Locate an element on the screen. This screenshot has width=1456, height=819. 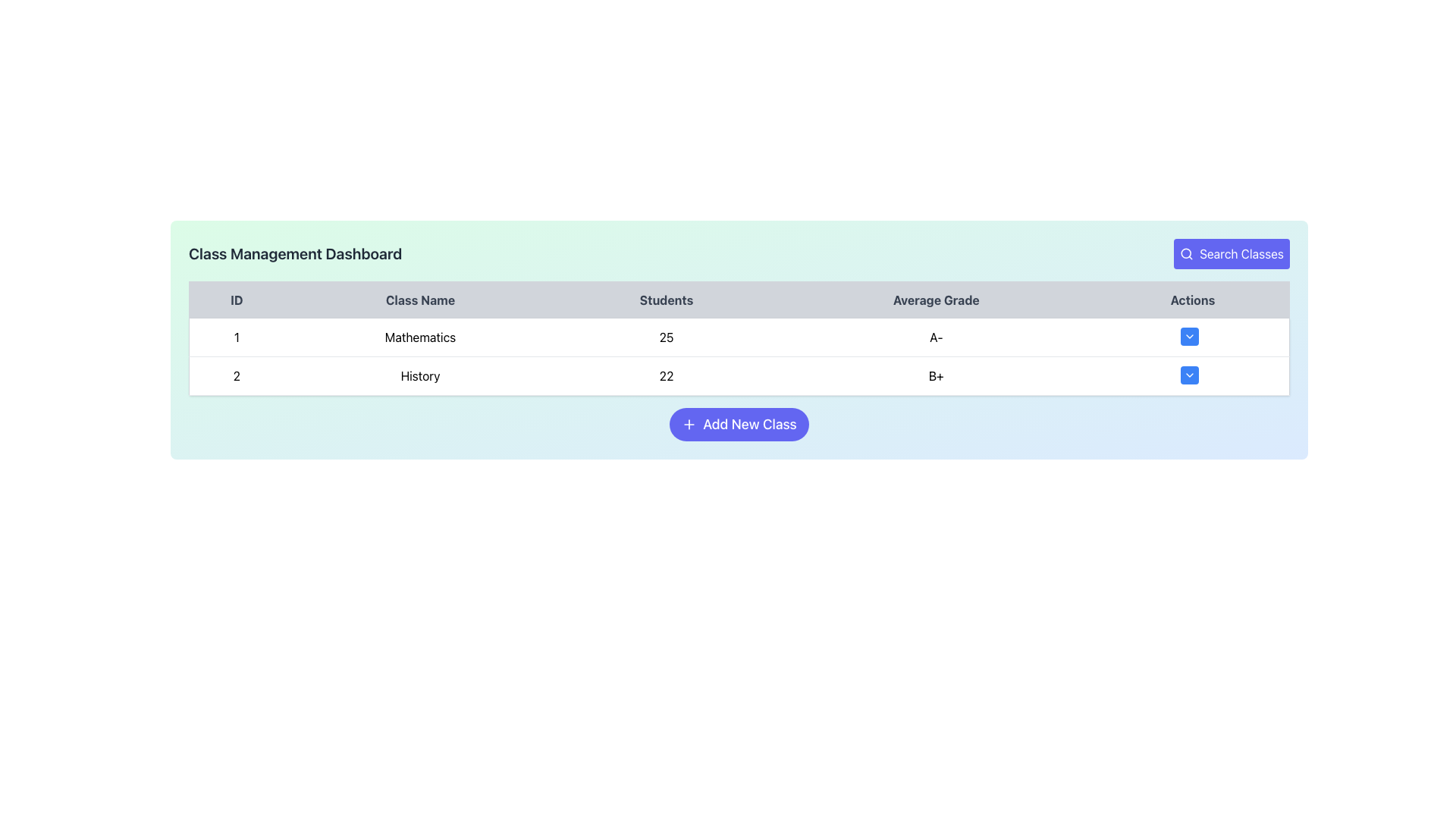
the second row of the table displaying class details, which includes ID, name, student count, and average grade is located at coordinates (739, 375).